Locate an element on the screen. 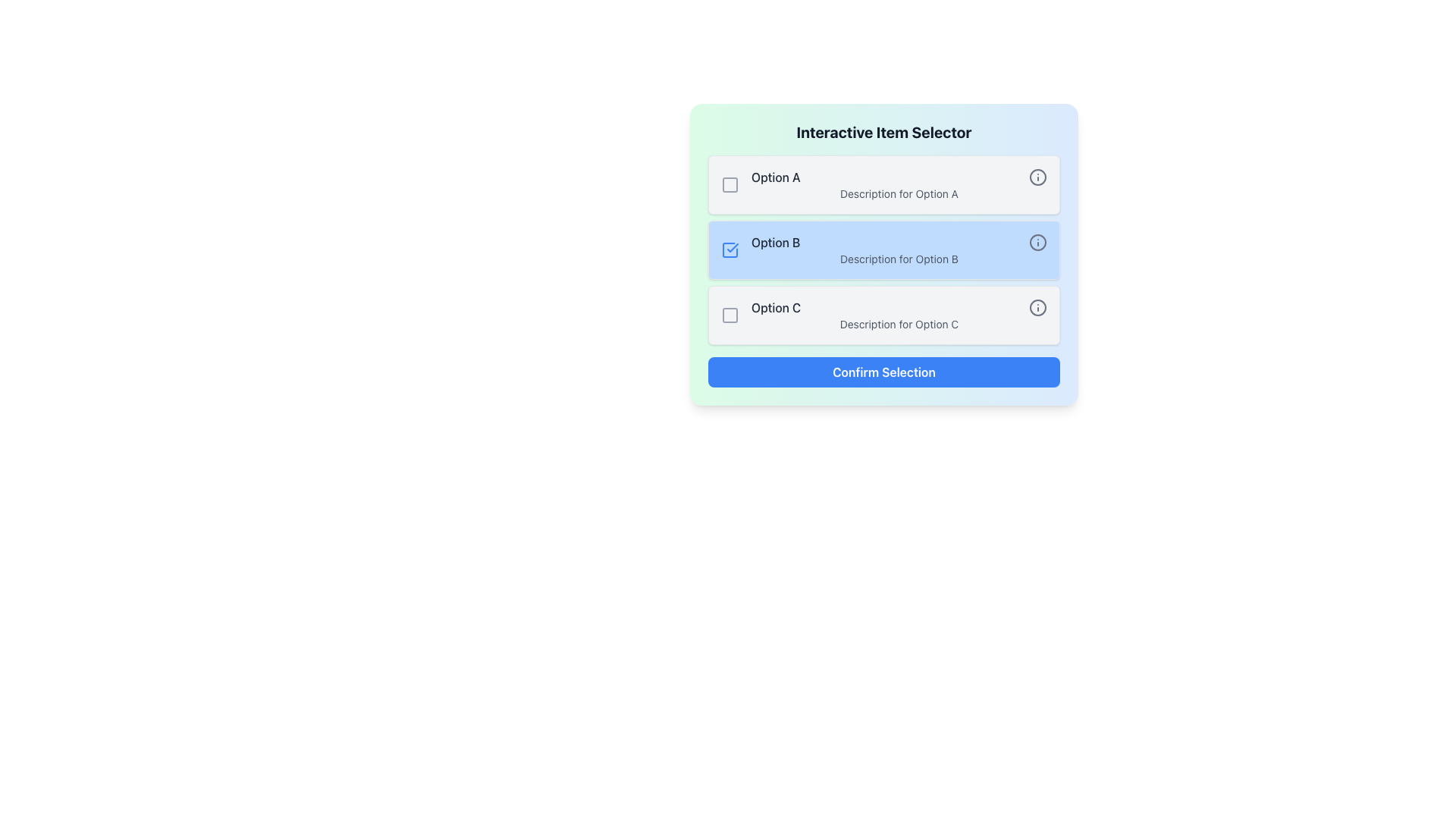  the selectable list item labeled 'Option B' with a checkbox is located at coordinates (884, 249).